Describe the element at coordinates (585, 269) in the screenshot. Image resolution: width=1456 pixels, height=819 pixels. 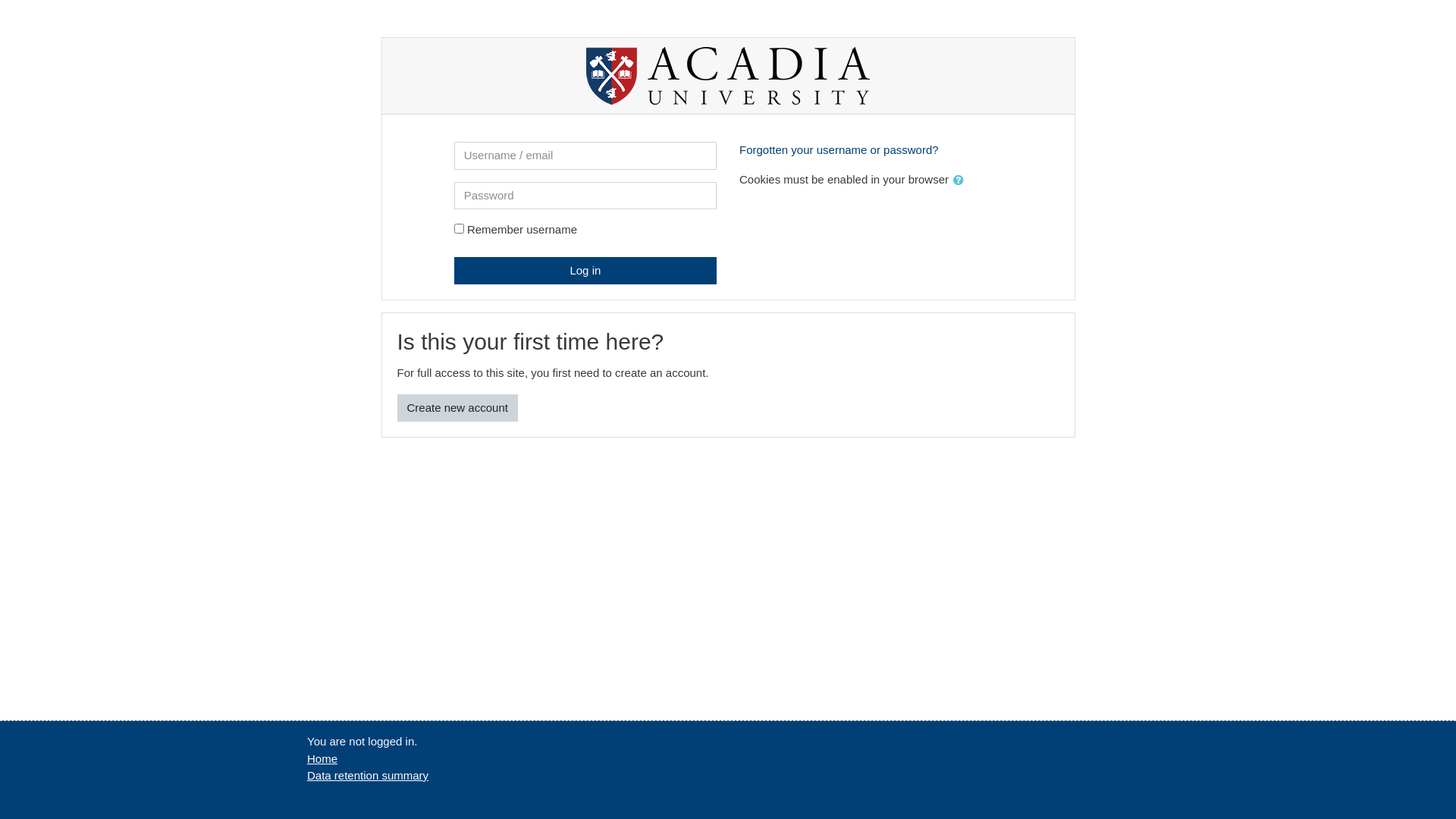
I see `'Log in'` at that location.